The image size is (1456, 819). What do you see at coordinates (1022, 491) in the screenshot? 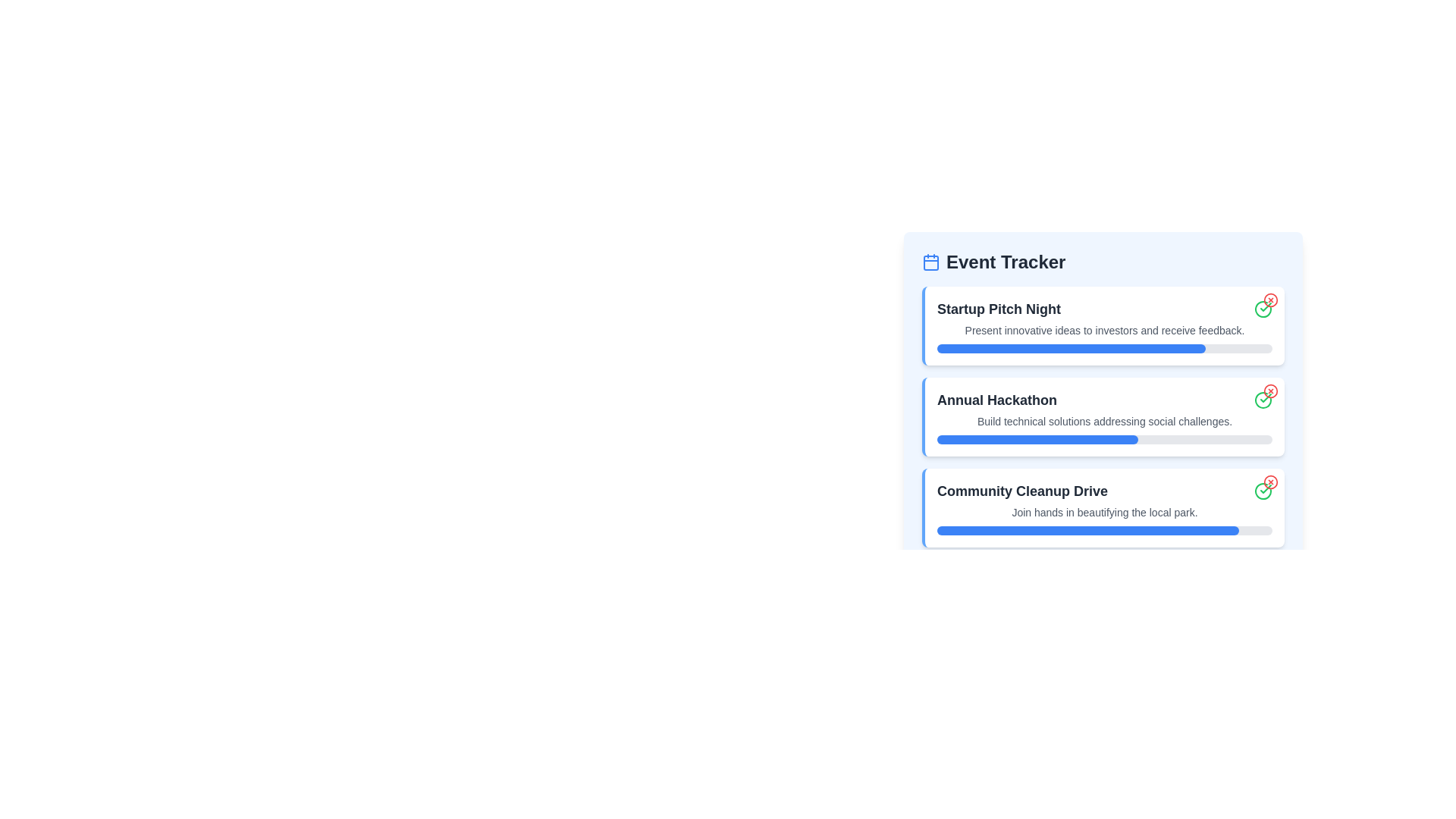
I see `the text label displaying 'Community Cleanup Drive', which is prominently styled in a large bold dark gray font within the 'Event Tracker' section` at bounding box center [1022, 491].